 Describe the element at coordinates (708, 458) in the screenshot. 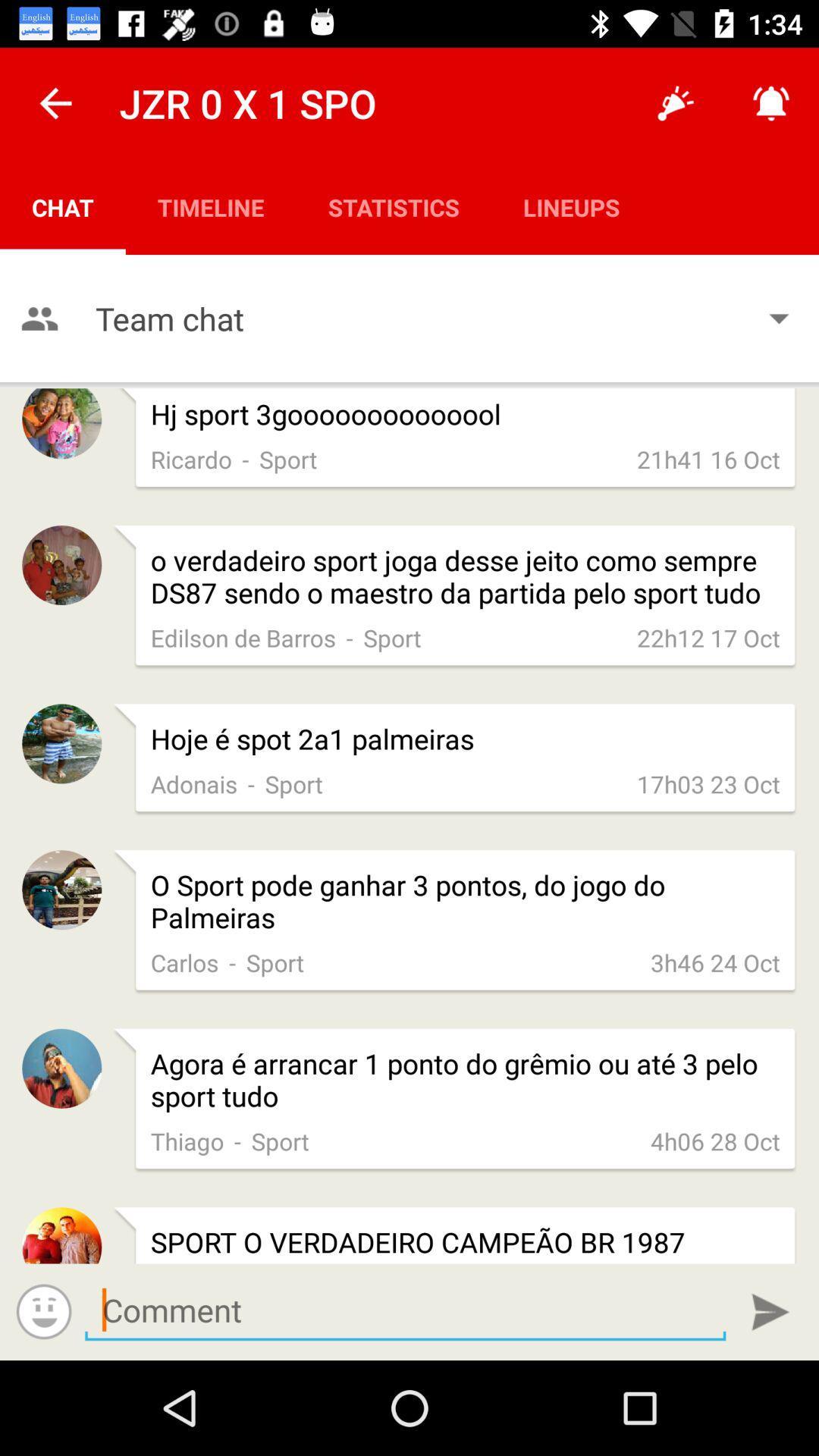

I see `21h41 16 oct icon` at that location.